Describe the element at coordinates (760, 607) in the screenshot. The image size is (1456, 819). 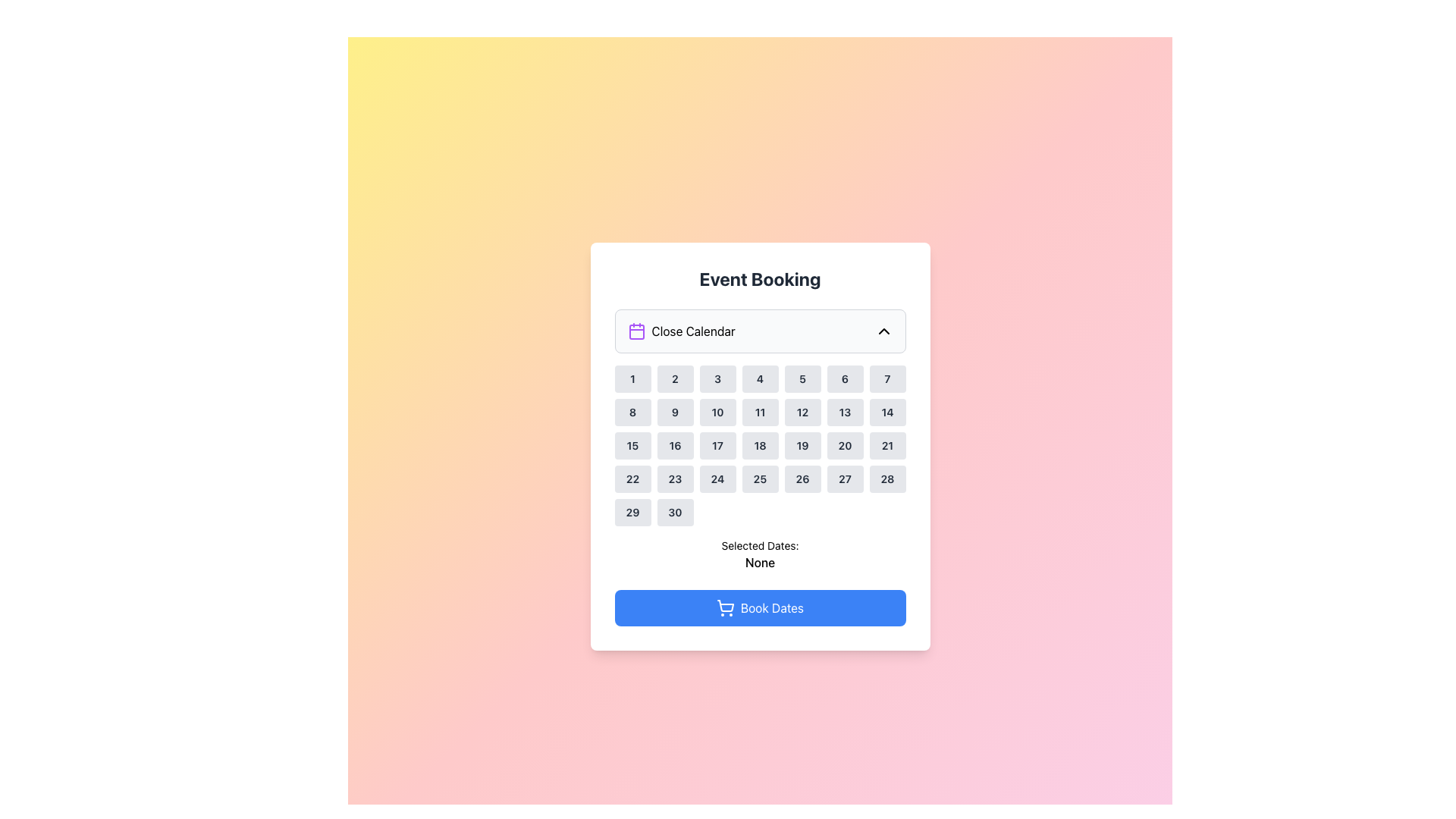
I see `the confirm button located at the bottom of the card layout` at that location.